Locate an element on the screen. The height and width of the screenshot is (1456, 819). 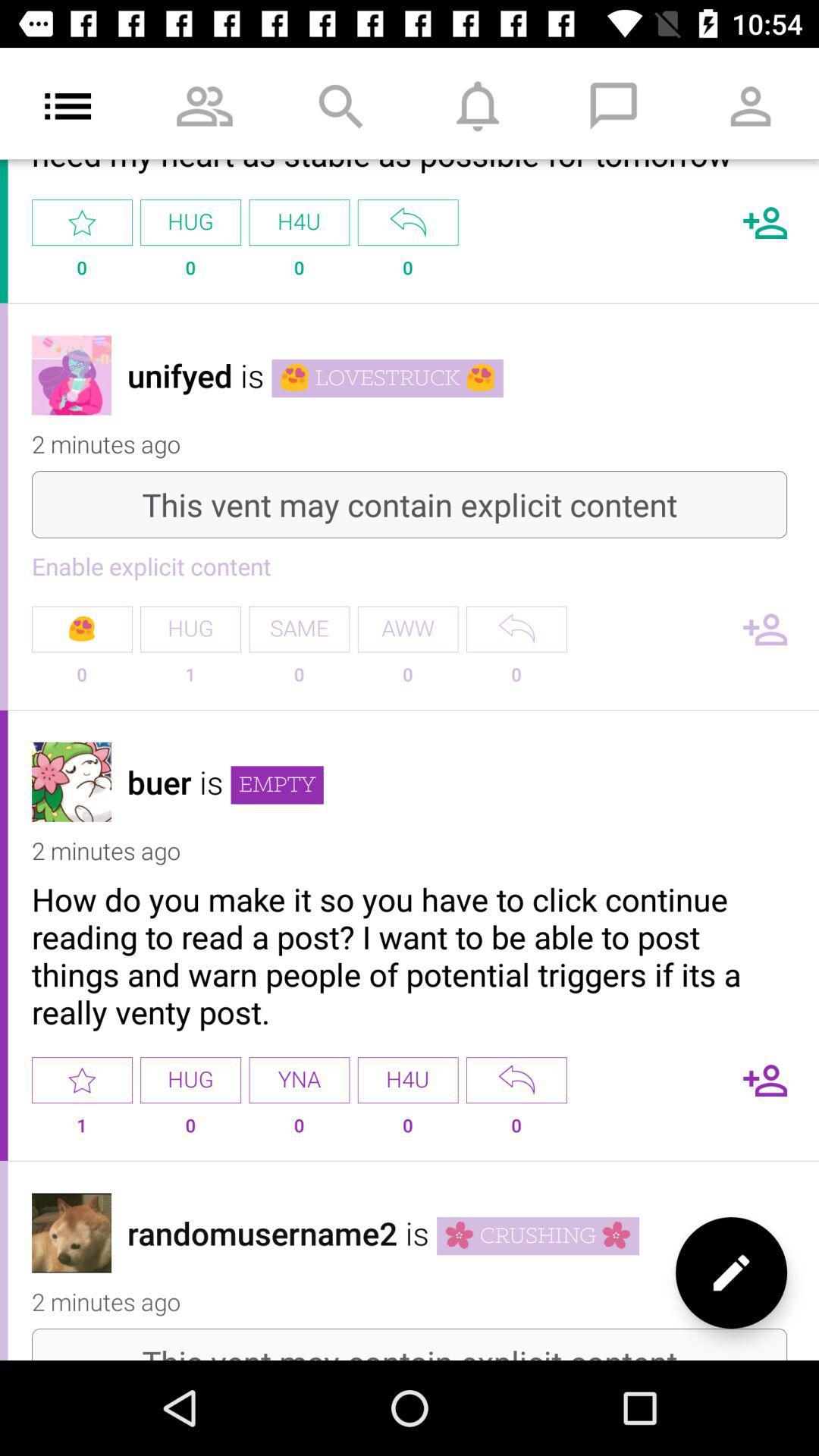
the edit icon is located at coordinates (730, 1272).